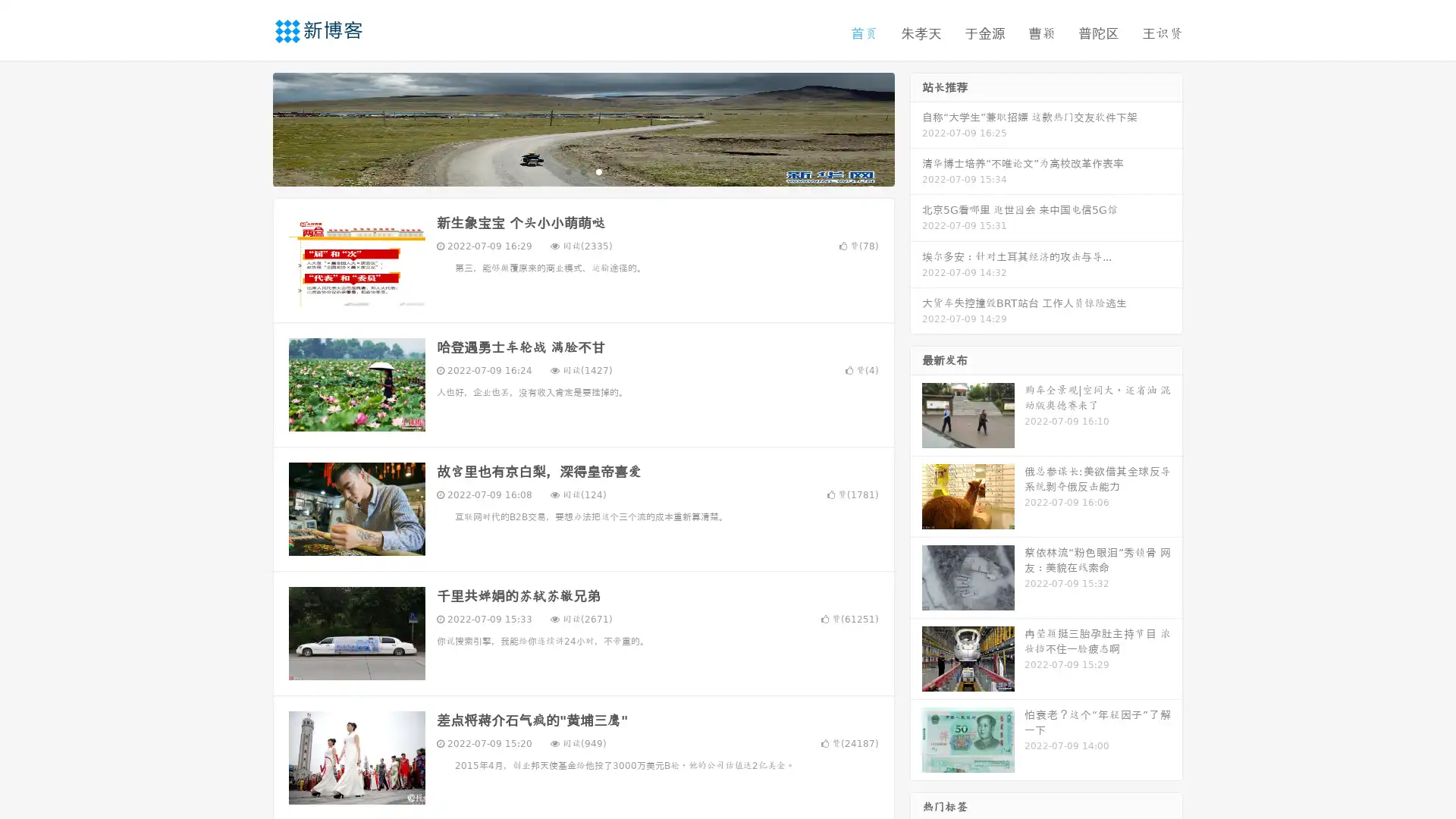 The image size is (1456, 819). I want to click on Go to slide 2, so click(582, 171).